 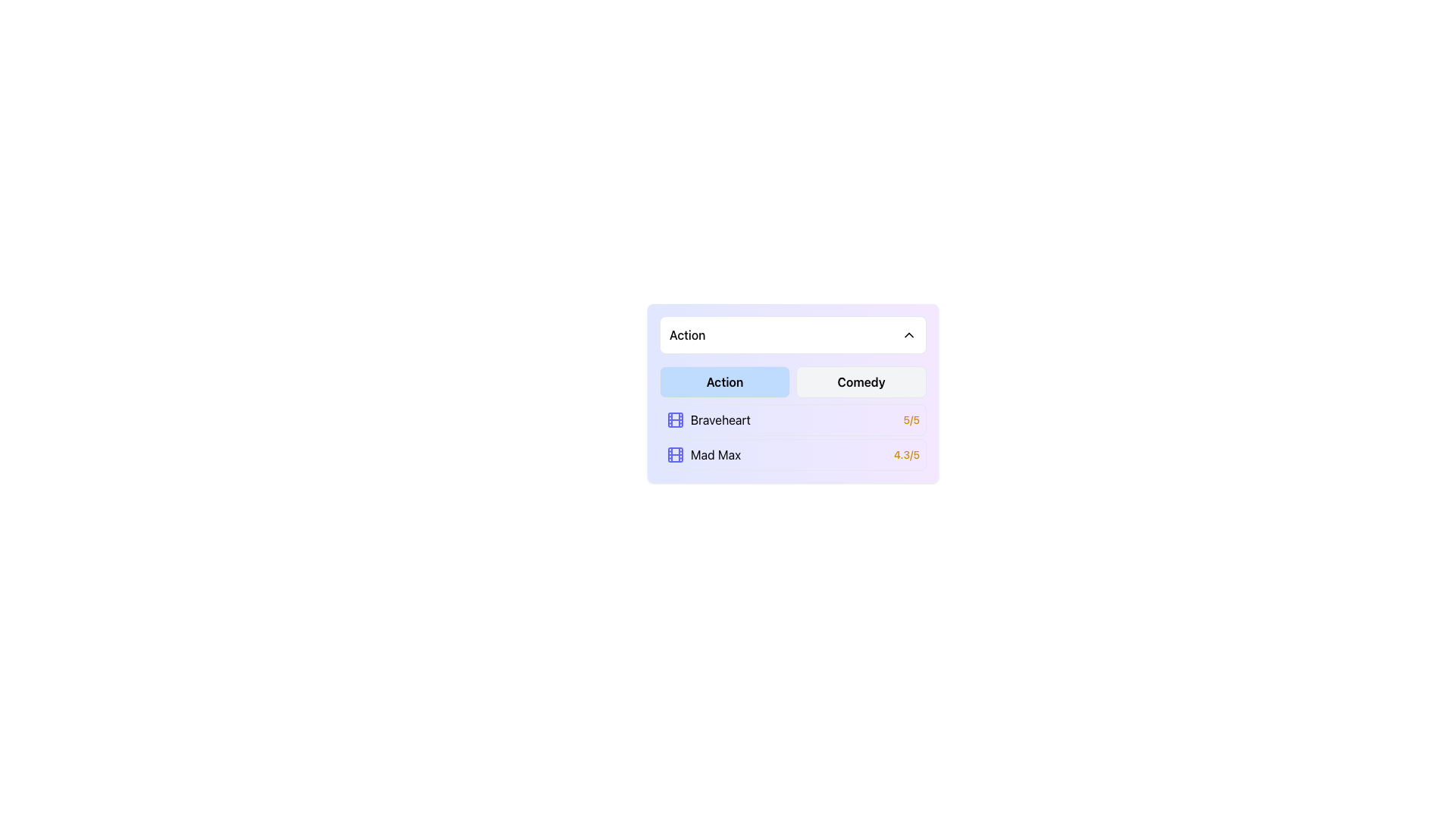 What do you see at coordinates (906, 454) in the screenshot?
I see `the Text Label that displays the rating for the movie 'Mad Max', located in the right part of its row` at bounding box center [906, 454].